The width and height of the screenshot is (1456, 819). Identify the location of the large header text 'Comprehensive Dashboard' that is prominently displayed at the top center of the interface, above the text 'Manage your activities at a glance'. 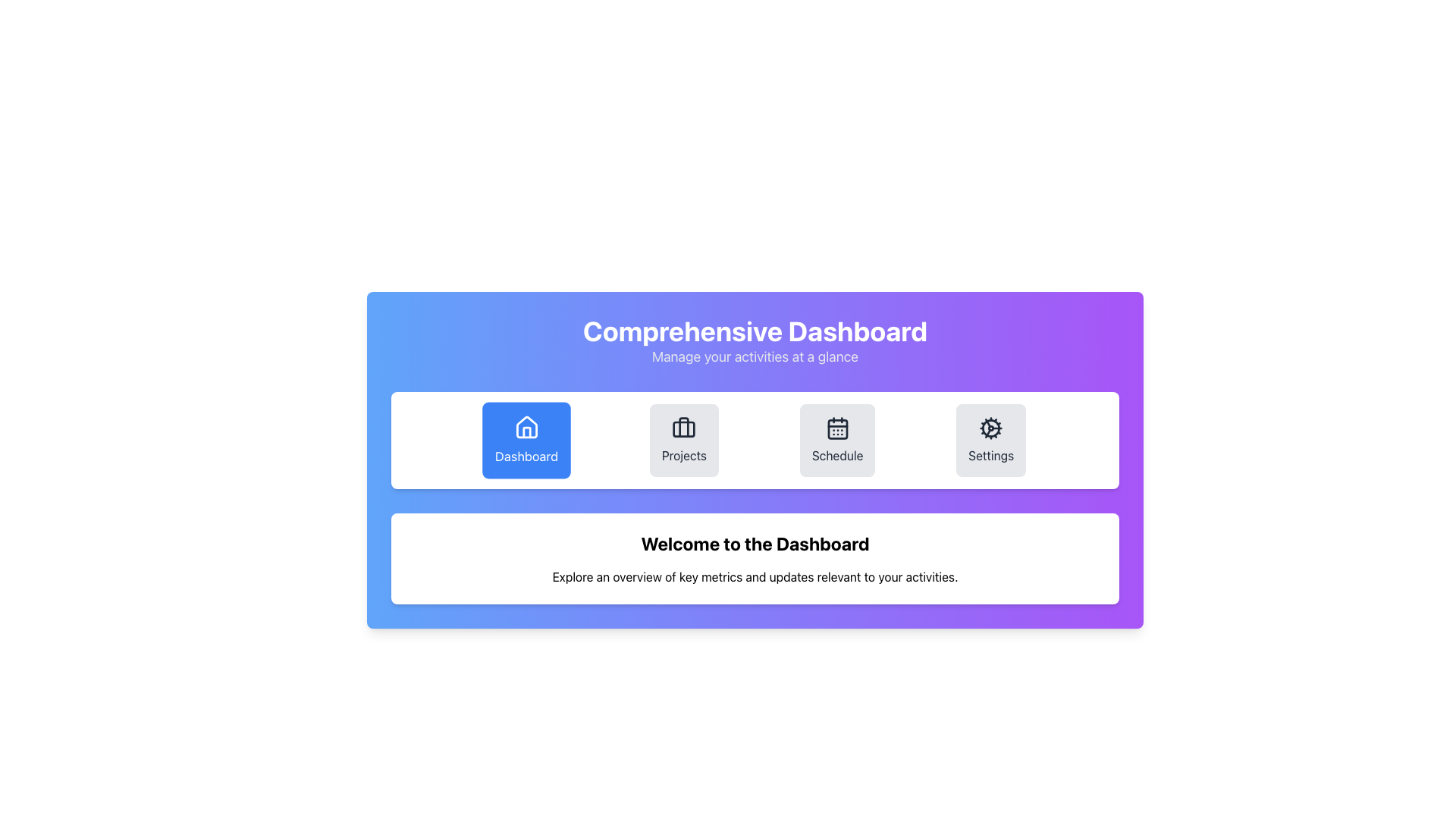
(755, 330).